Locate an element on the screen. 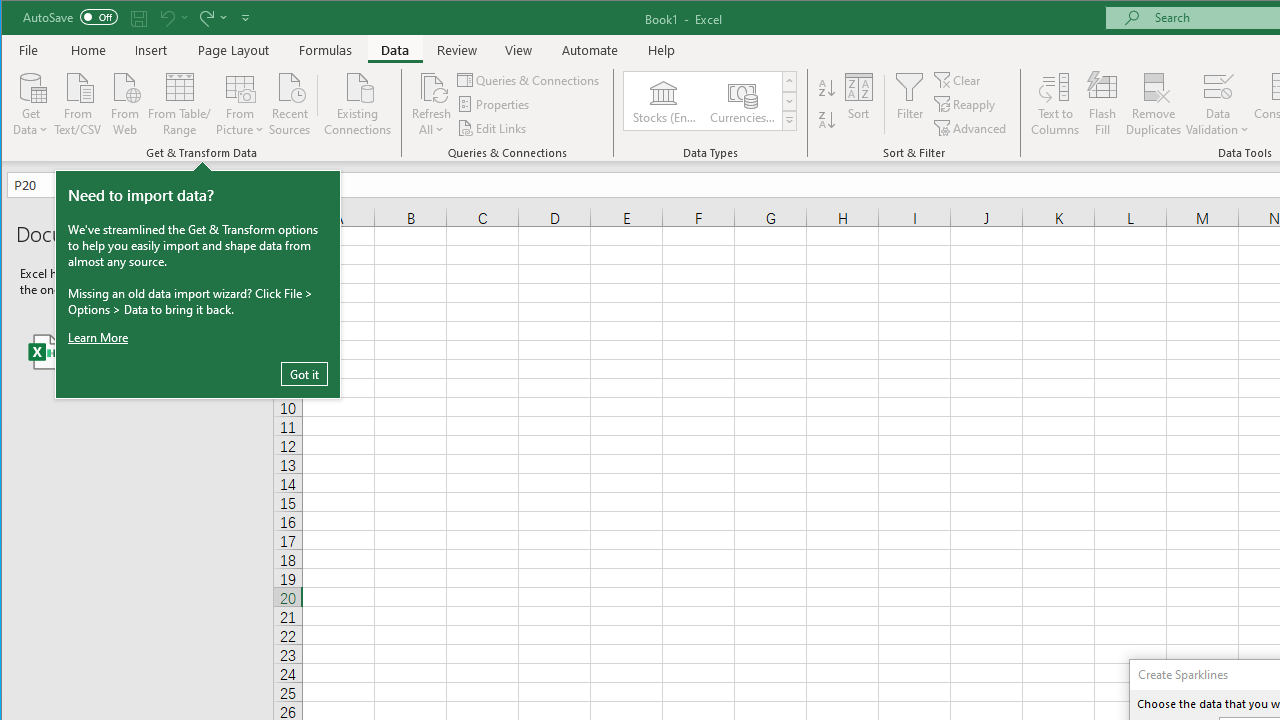 This screenshot has height=720, width=1280. 'Undo' is located at coordinates (166, 17).